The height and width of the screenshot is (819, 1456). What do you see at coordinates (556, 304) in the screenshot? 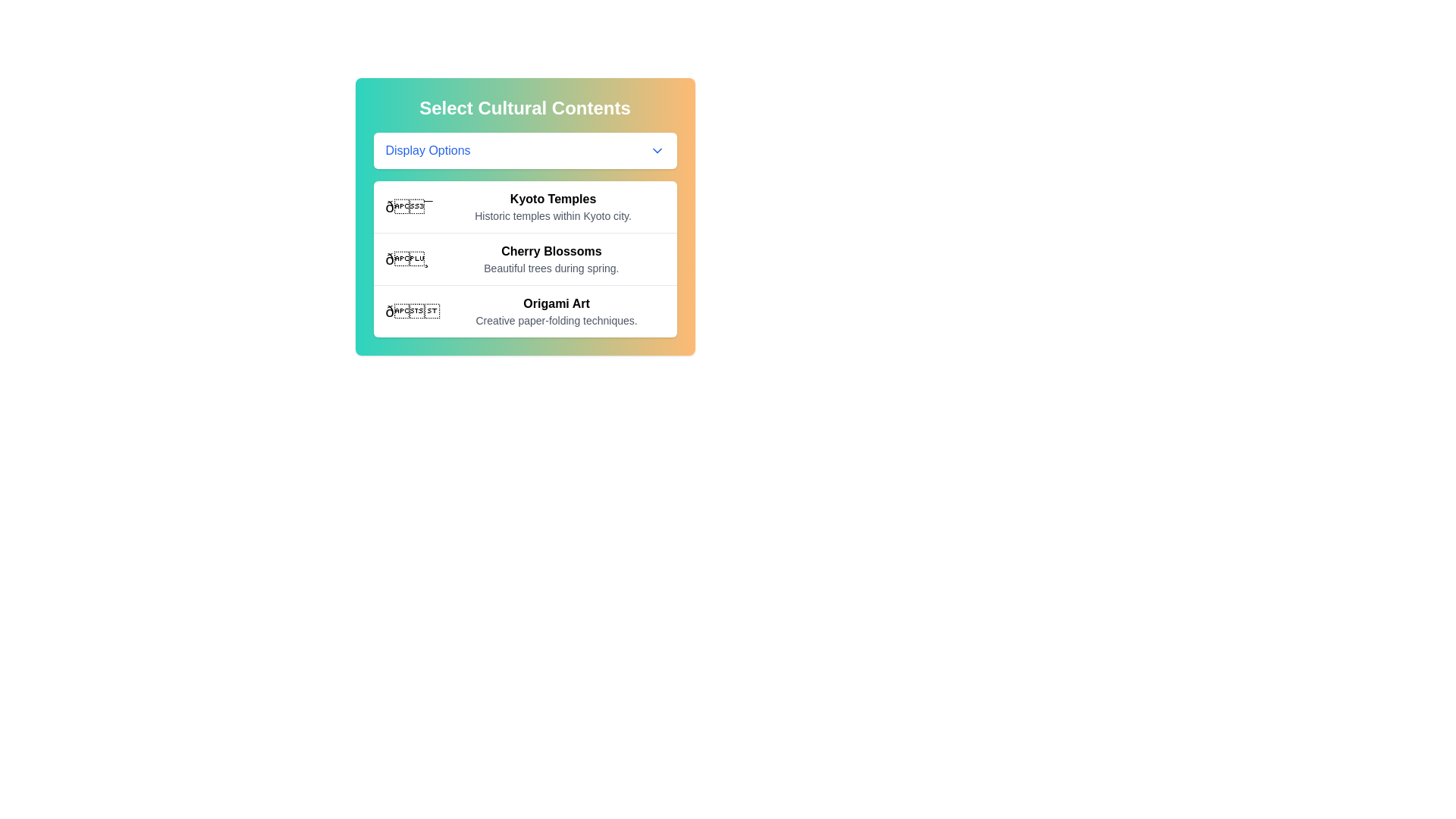
I see `the 'Origami Art' text label/header element, which is styled in bold font and located at the top of the third card in the list, above the description 'Creative paper-folding techniques.'` at bounding box center [556, 304].